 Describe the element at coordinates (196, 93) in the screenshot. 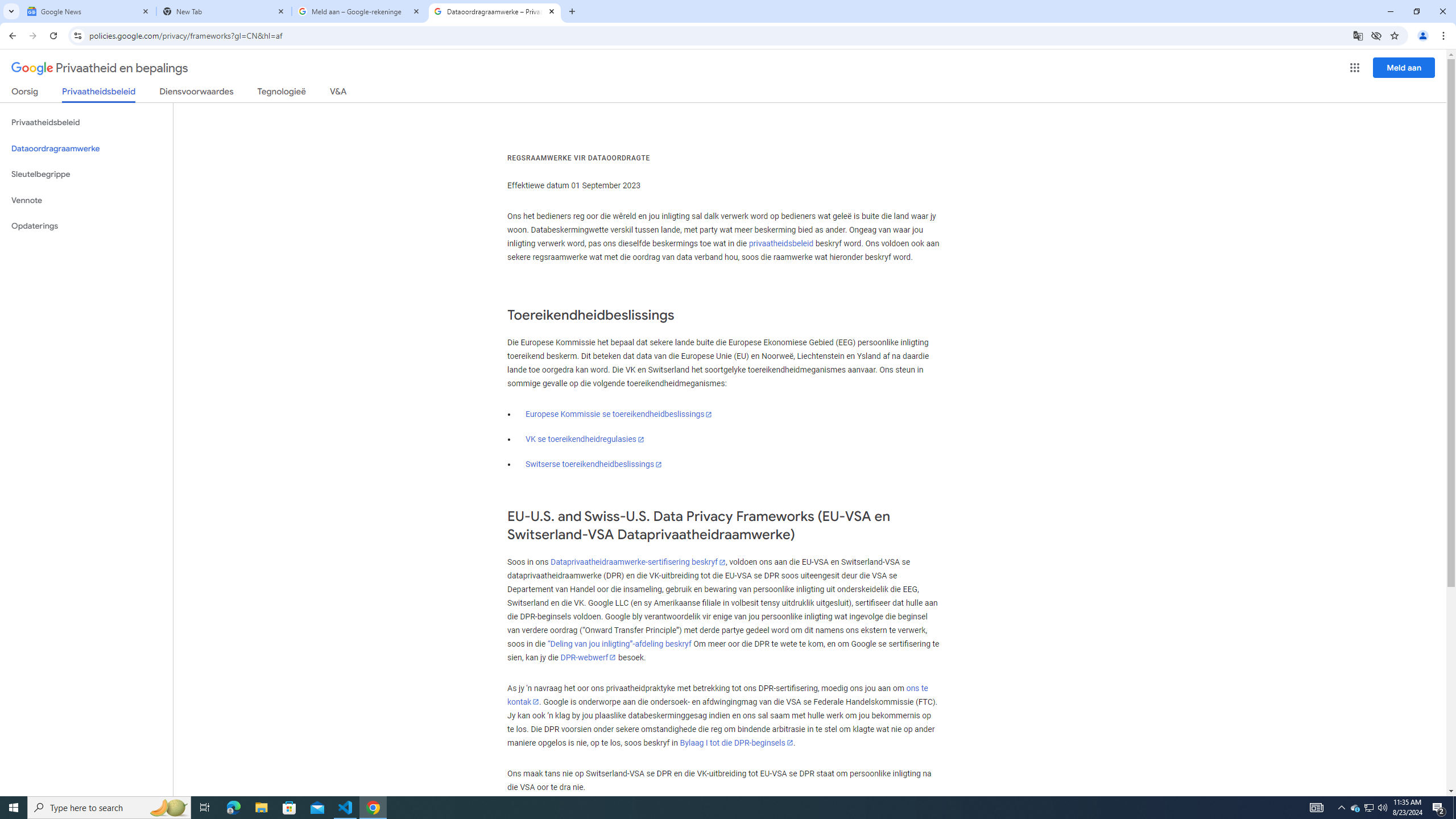

I see `'Diensvoorwaardes'` at that location.